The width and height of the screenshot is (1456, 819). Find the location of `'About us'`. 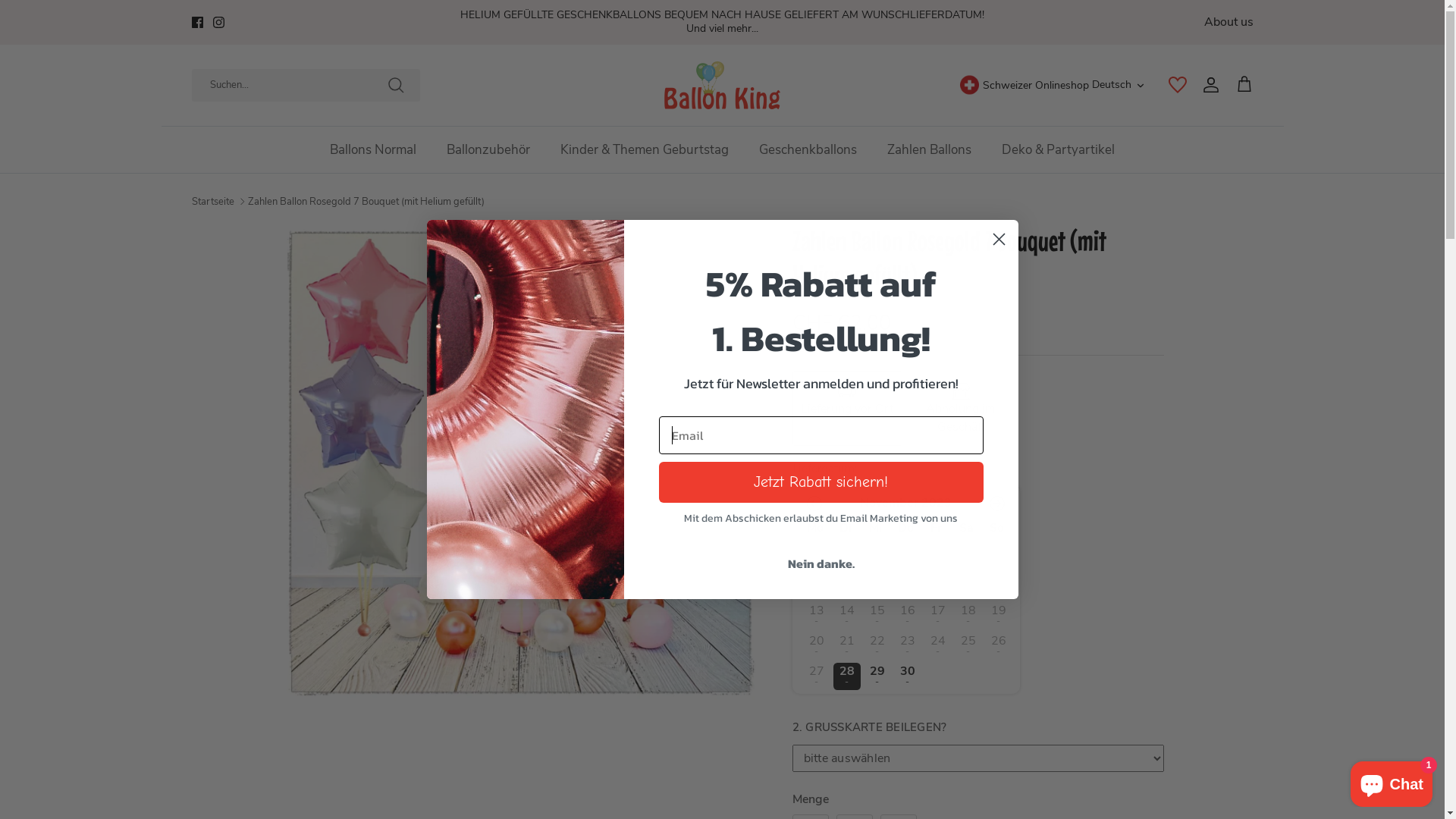

'About us' is located at coordinates (1228, 22).